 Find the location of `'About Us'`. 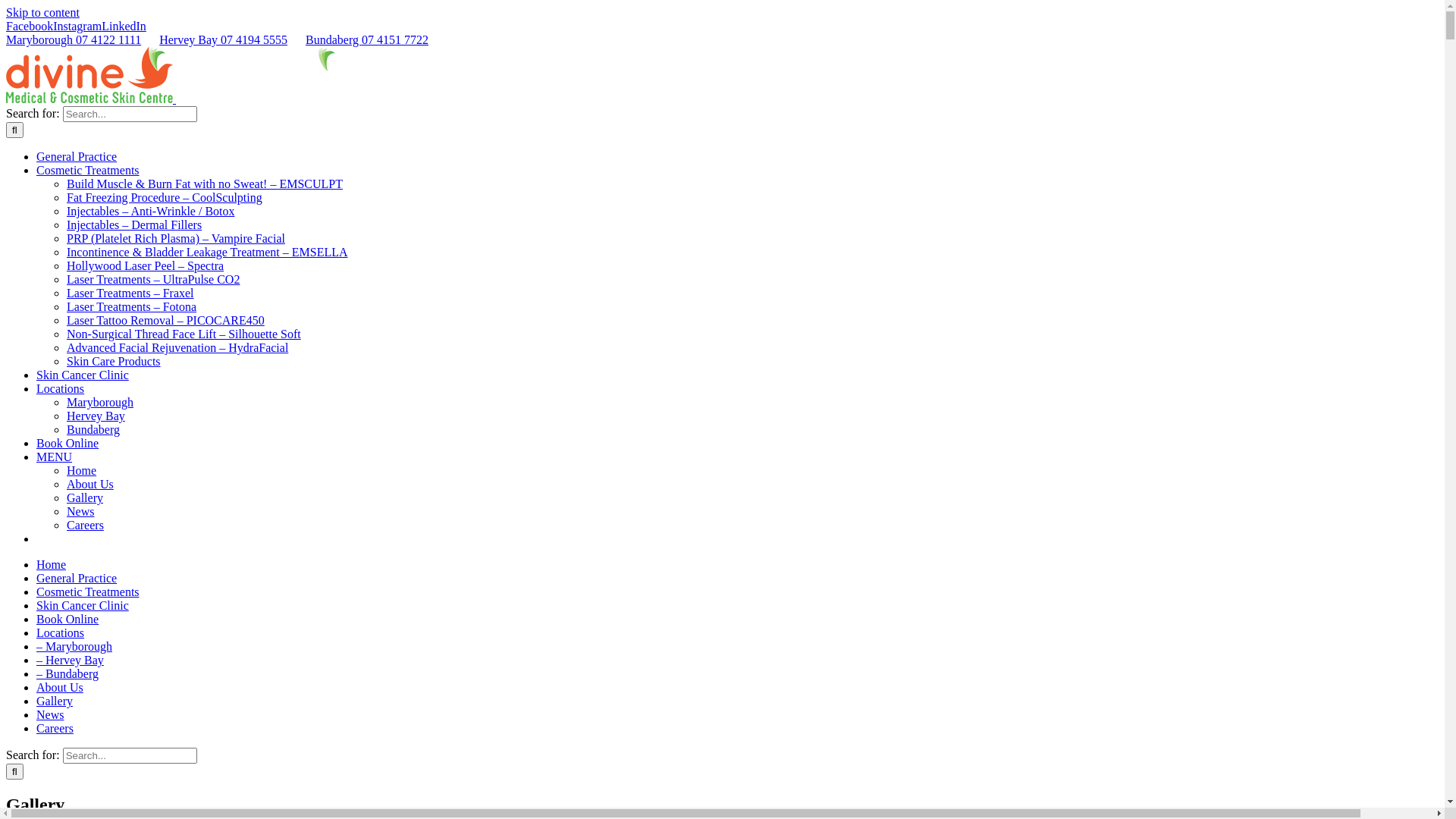

'About Us' is located at coordinates (36, 687).